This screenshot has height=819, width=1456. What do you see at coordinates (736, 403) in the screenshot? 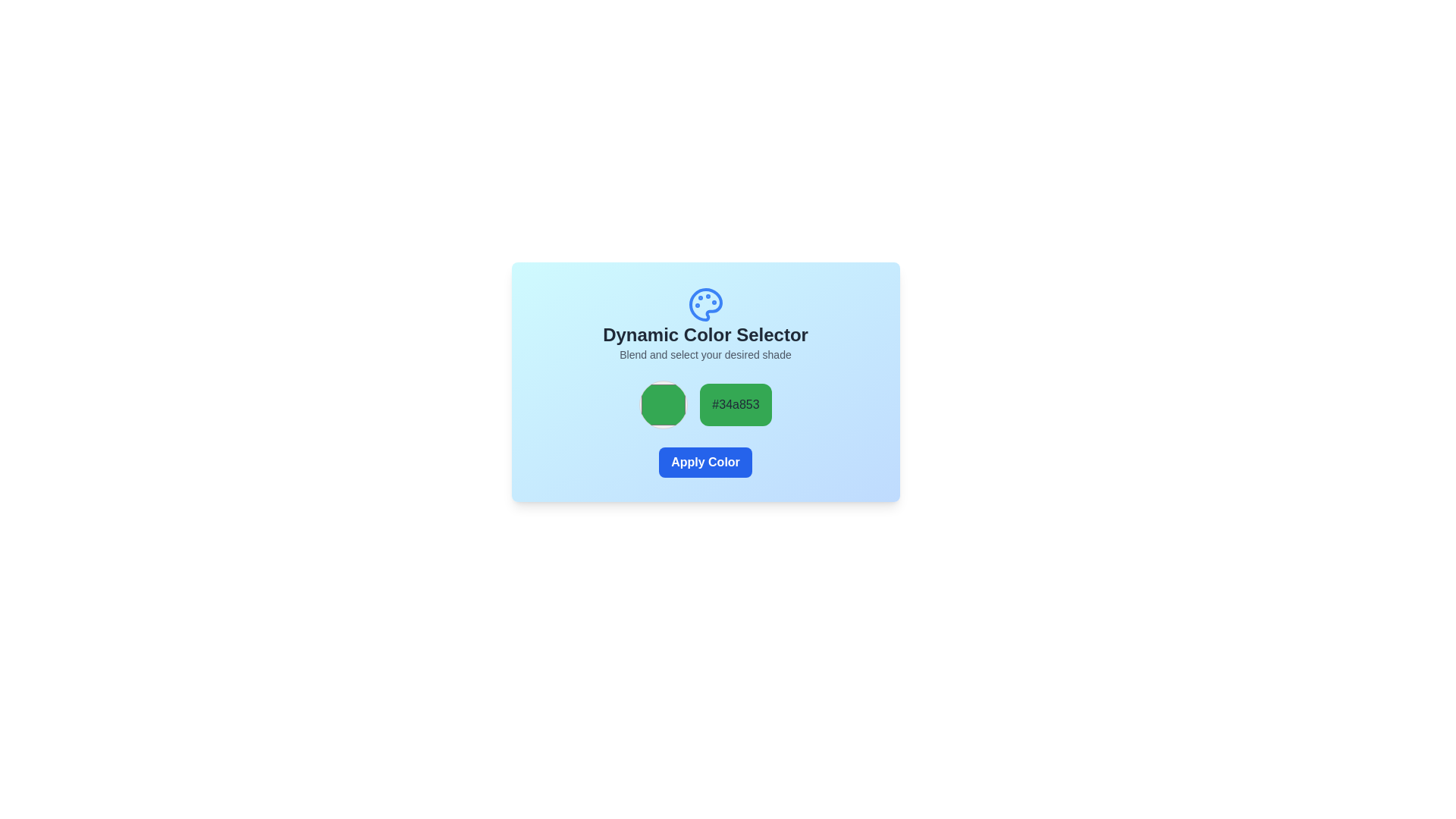
I see `the green rectangular Label or Display Element with rounded corners, which contains the black text '#34a853', located to the right of a circular color selector and centered within the highlighted interface section` at bounding box center [736, 403].